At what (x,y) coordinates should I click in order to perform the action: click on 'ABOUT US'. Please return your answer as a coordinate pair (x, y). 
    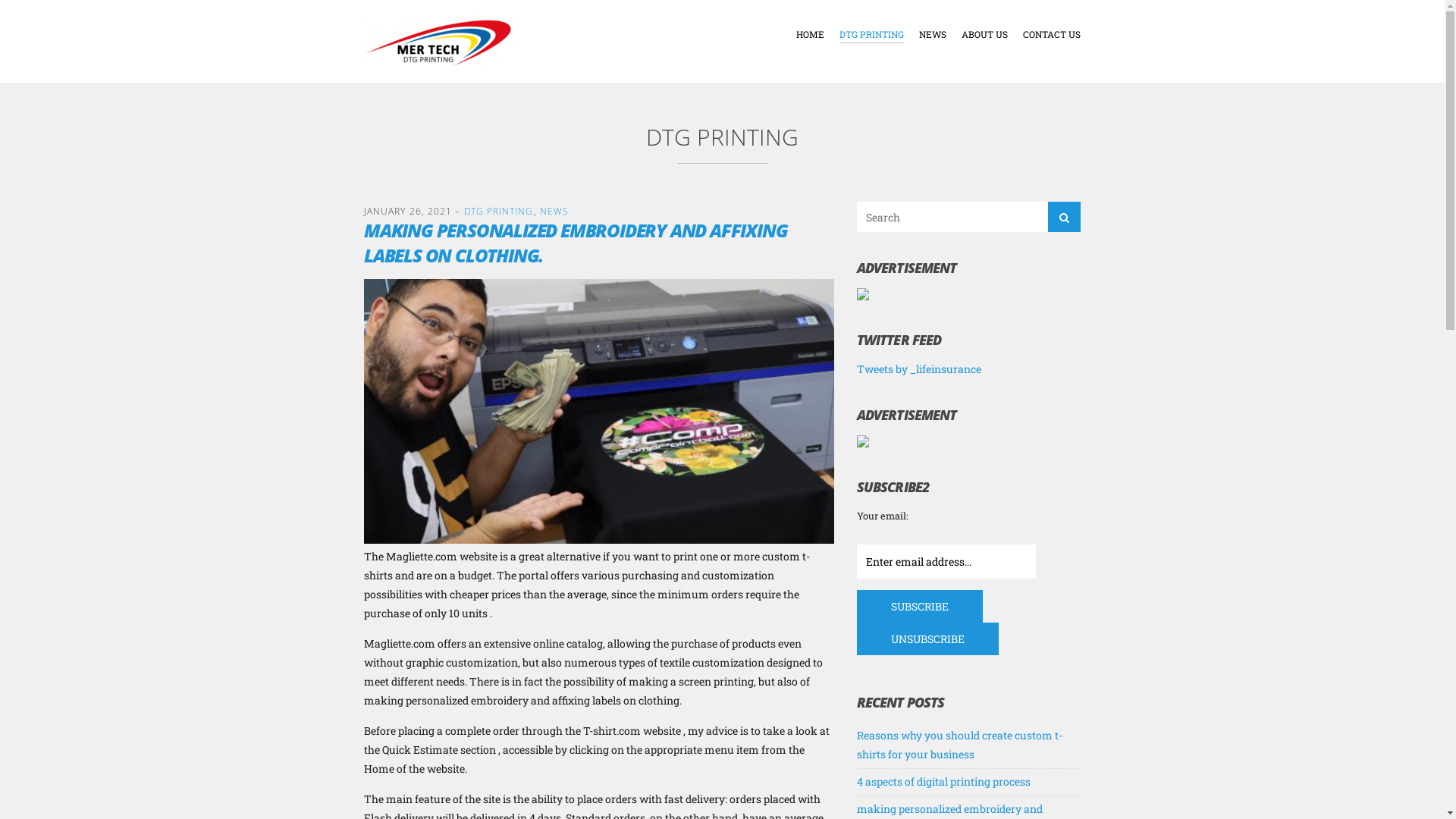
    Looking at the image, I should click on (984, 34).